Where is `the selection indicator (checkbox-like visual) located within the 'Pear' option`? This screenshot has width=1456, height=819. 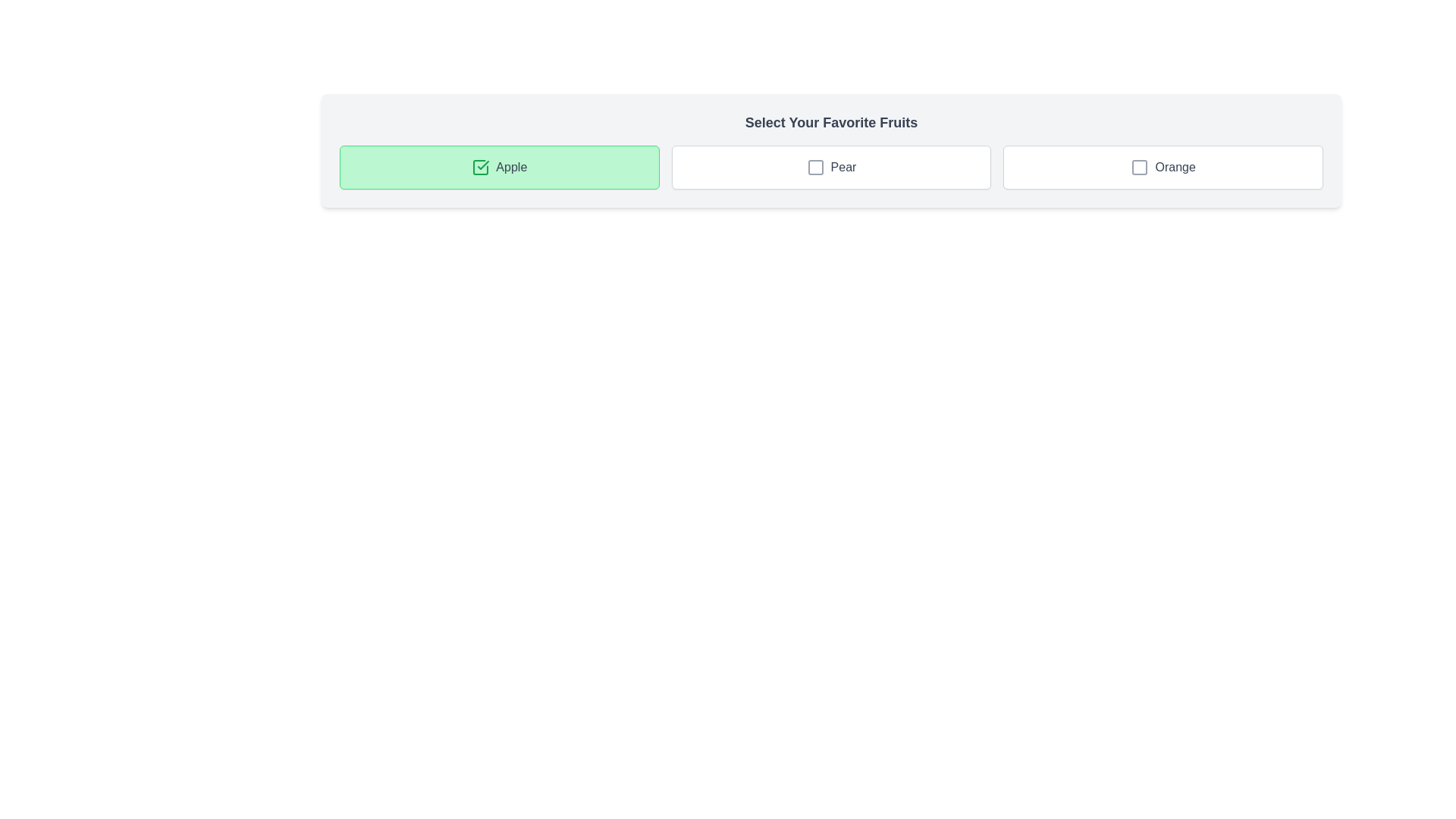 the selection indicator (checkbox-like visual) located within the 'Pear' option is located at coordinates (814, 167).